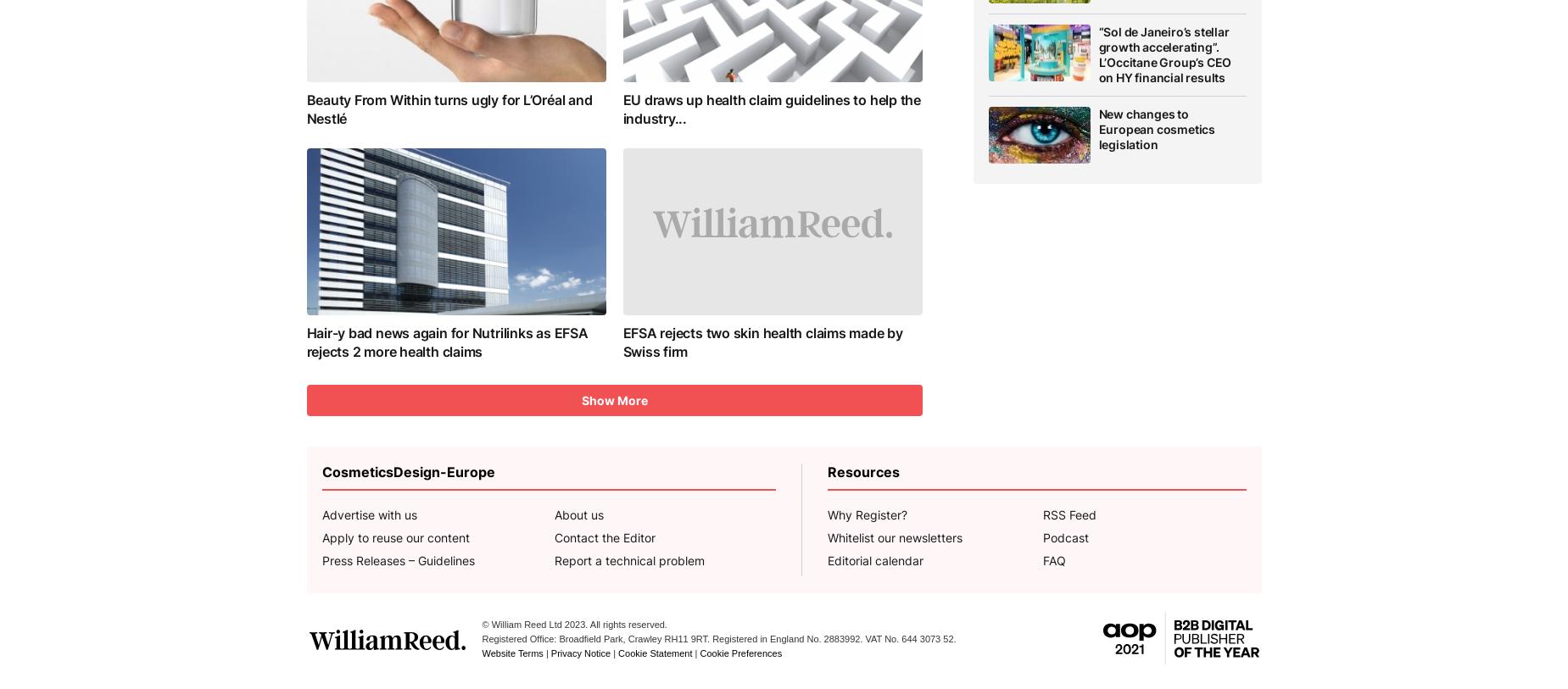  Describe the element at coordinates (1069, 514) in the screenshot. I see `'RSS Feed'` at that location.